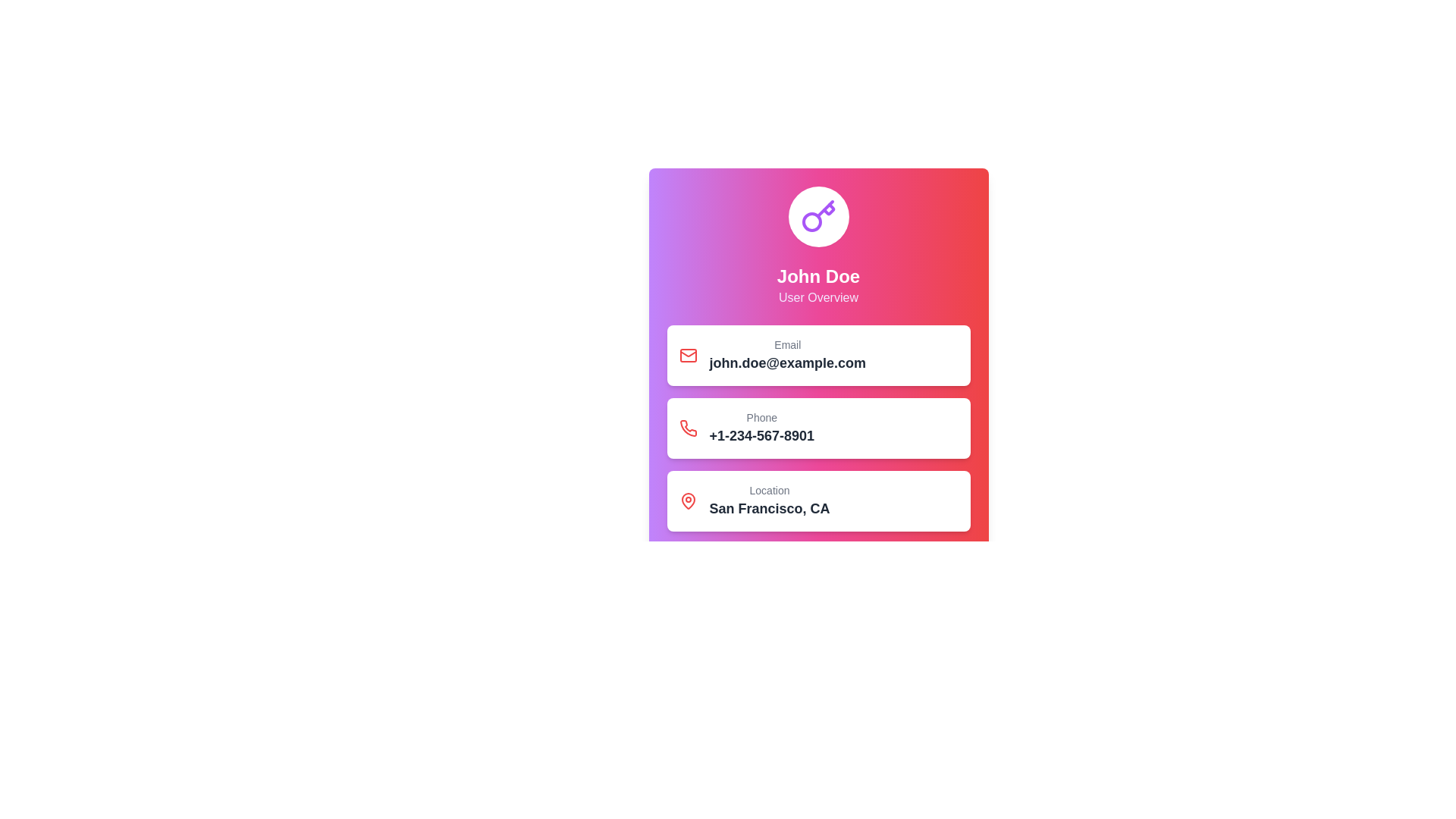  I want to click on the Information card displaying the location 'San Francisco, CA', so click(817, 500).